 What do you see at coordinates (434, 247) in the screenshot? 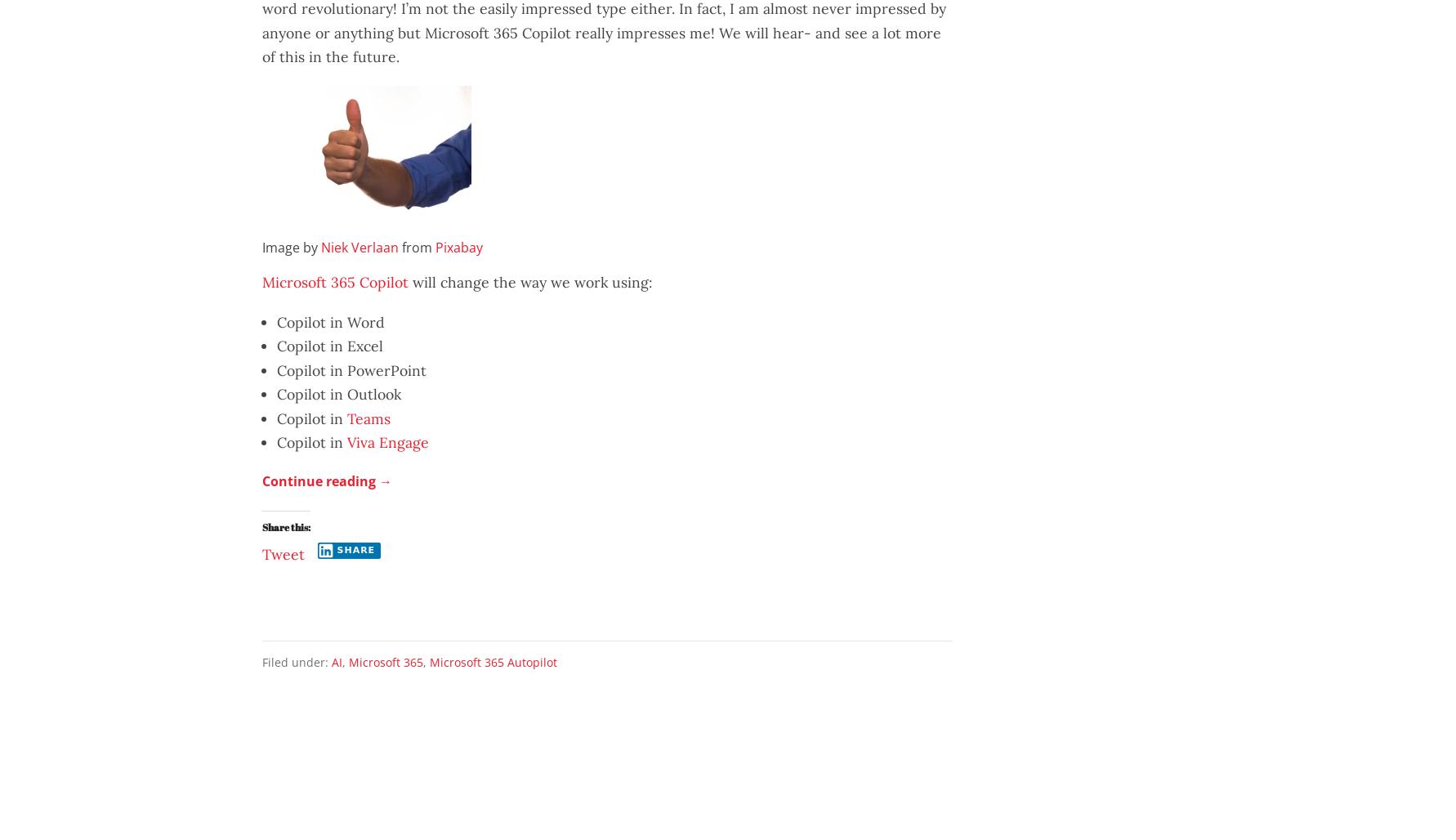
I see `'Pixabay'` at bounding box center [434, 247].